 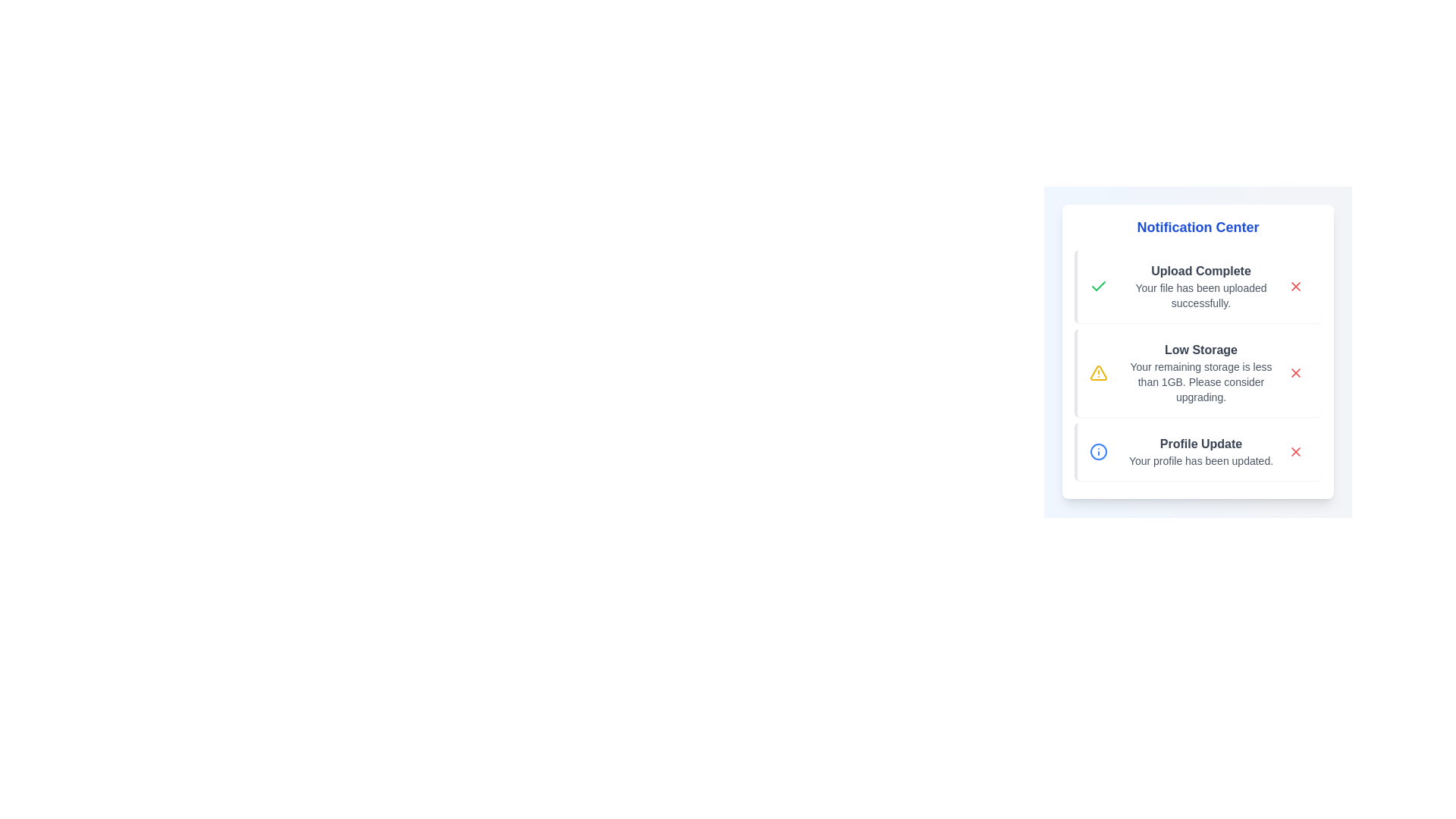 What do you see at coordinates (1099, 287) in the screenshot?
I see `the green checkmark icon indicating success, which is located at the top-left of the notification card, next to the 'Upload Complete' text` at bounding box center [1099, 287].